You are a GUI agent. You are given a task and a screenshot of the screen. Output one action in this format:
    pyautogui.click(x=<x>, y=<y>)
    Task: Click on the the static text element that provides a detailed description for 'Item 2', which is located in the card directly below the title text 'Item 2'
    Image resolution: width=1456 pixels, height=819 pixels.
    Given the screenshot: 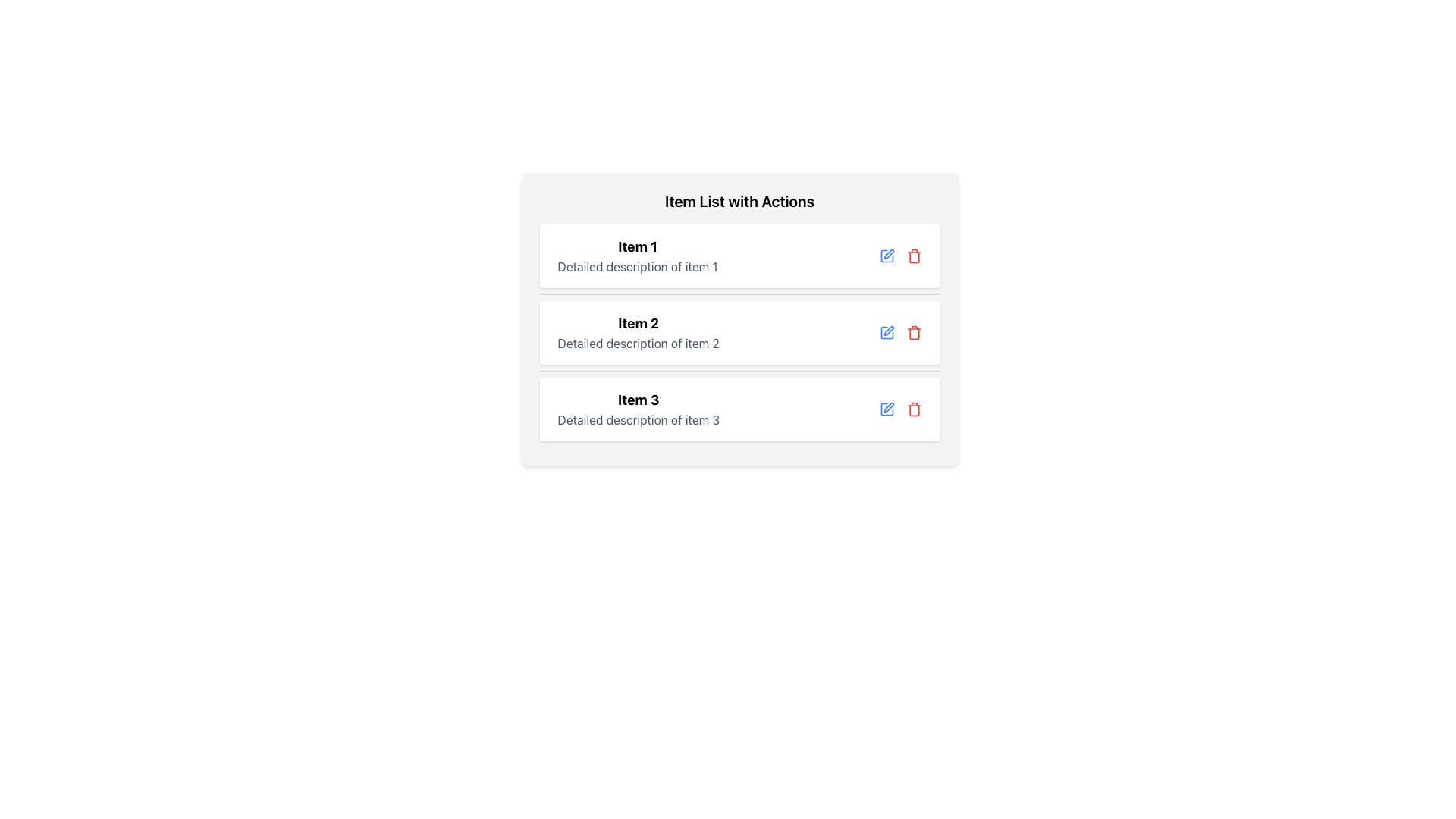 What is the action you would take?
    pyautogui.click(x=639, y=343)
    